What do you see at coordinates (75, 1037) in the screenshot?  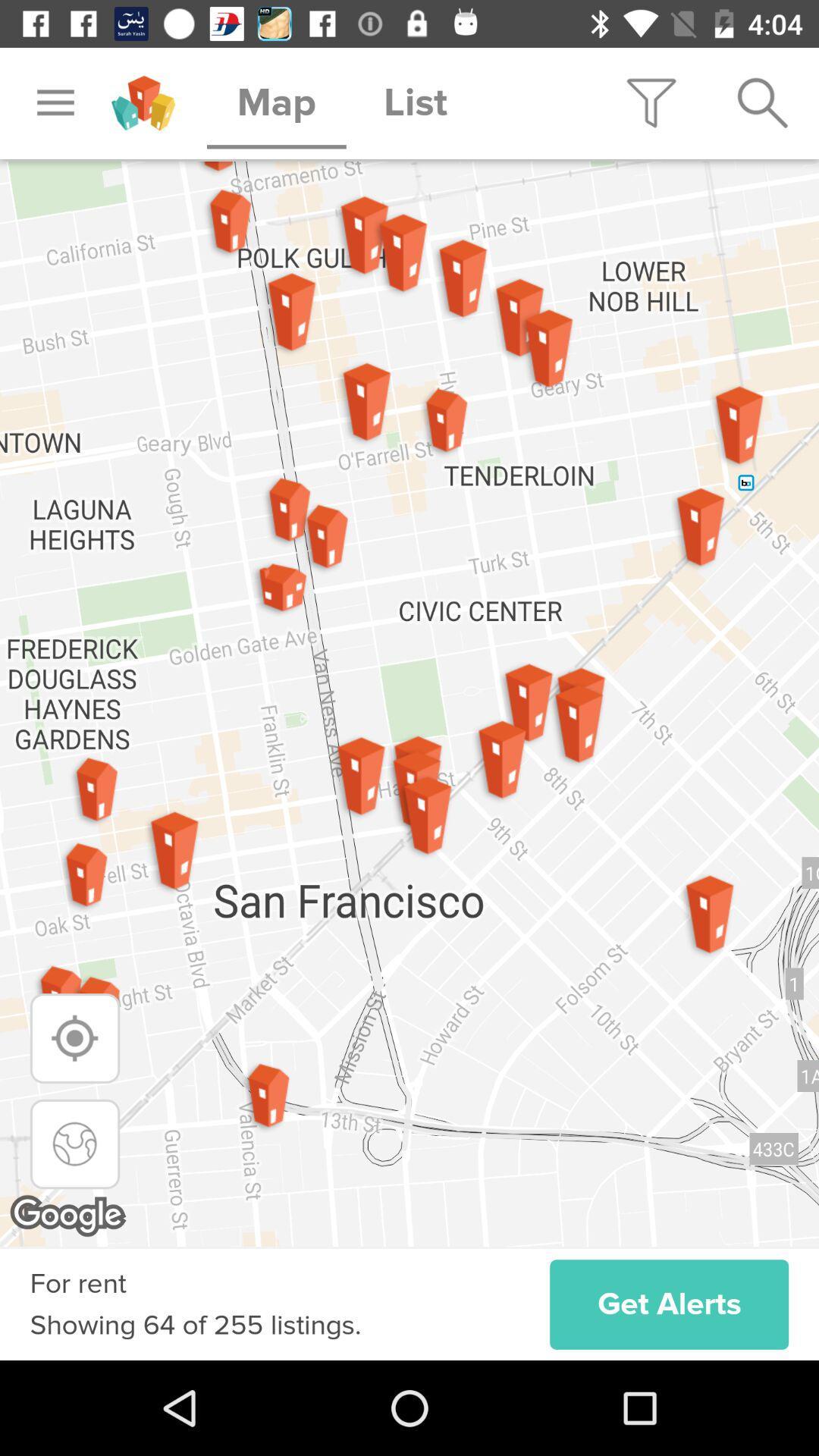 I see `my location` at bounding box center [75, 1037].